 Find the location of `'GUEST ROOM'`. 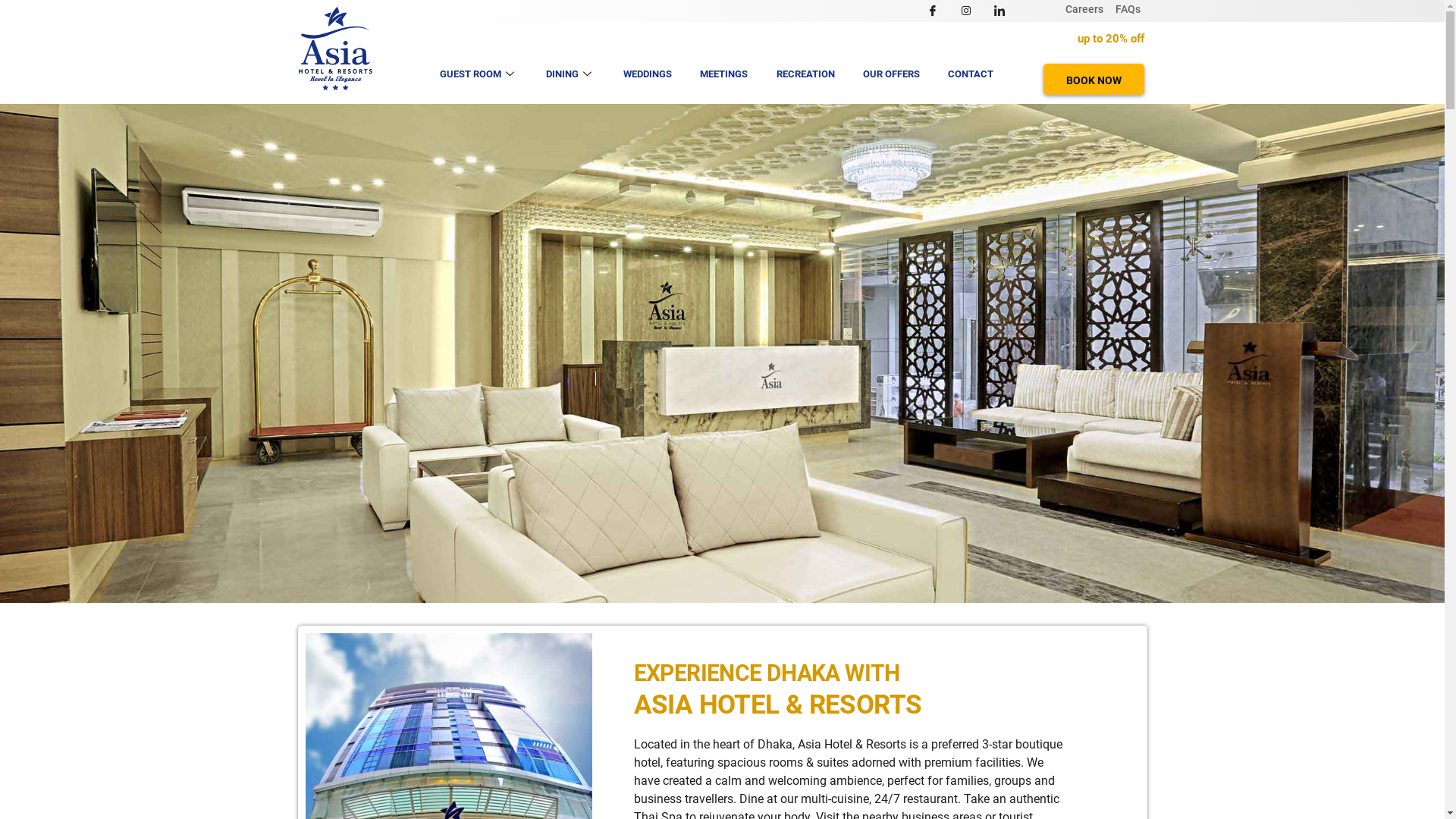

'GUEST ROOM' is located at coordinates (428, 74).